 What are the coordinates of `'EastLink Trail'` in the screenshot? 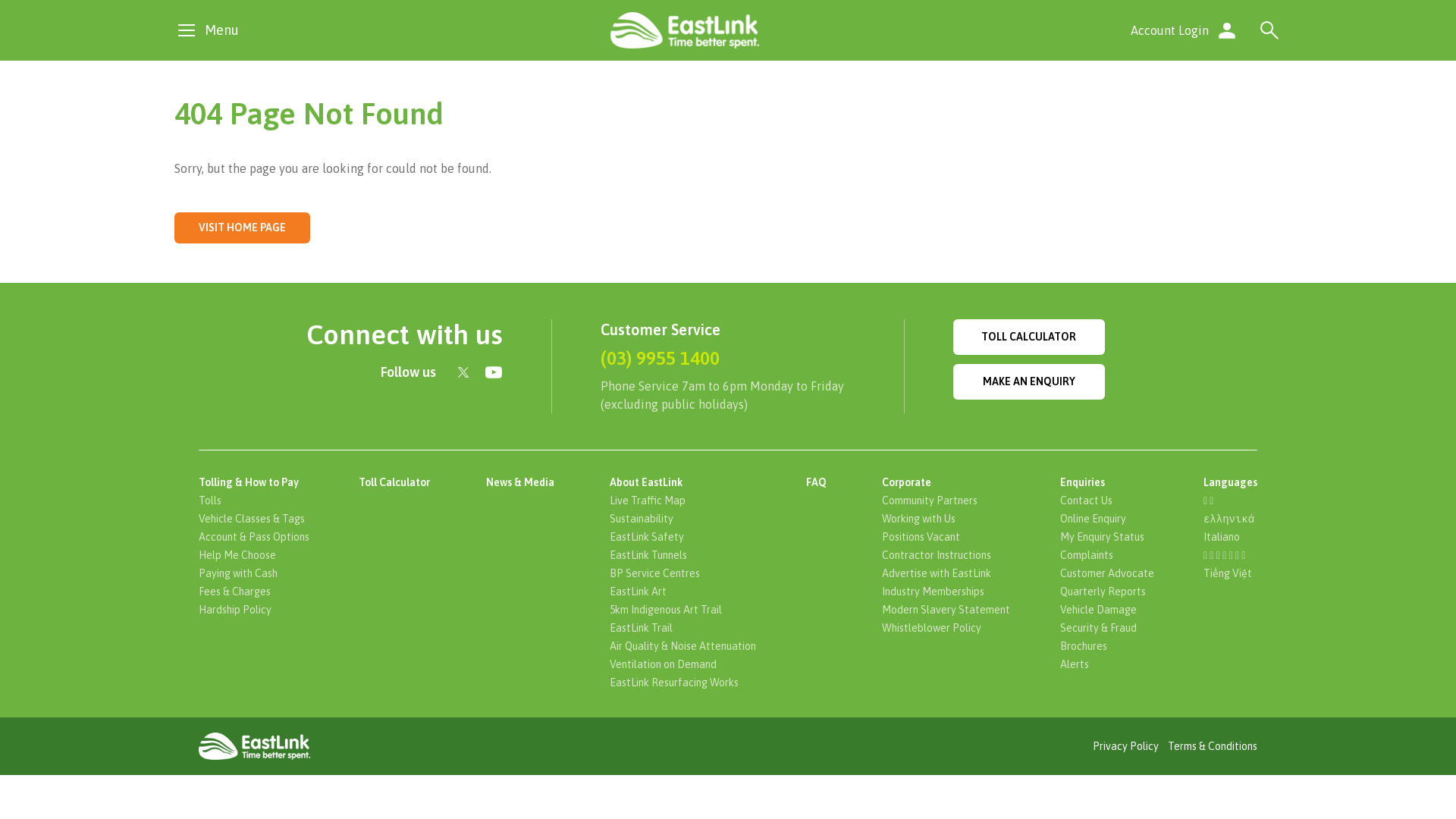 It's located at (647, 628).